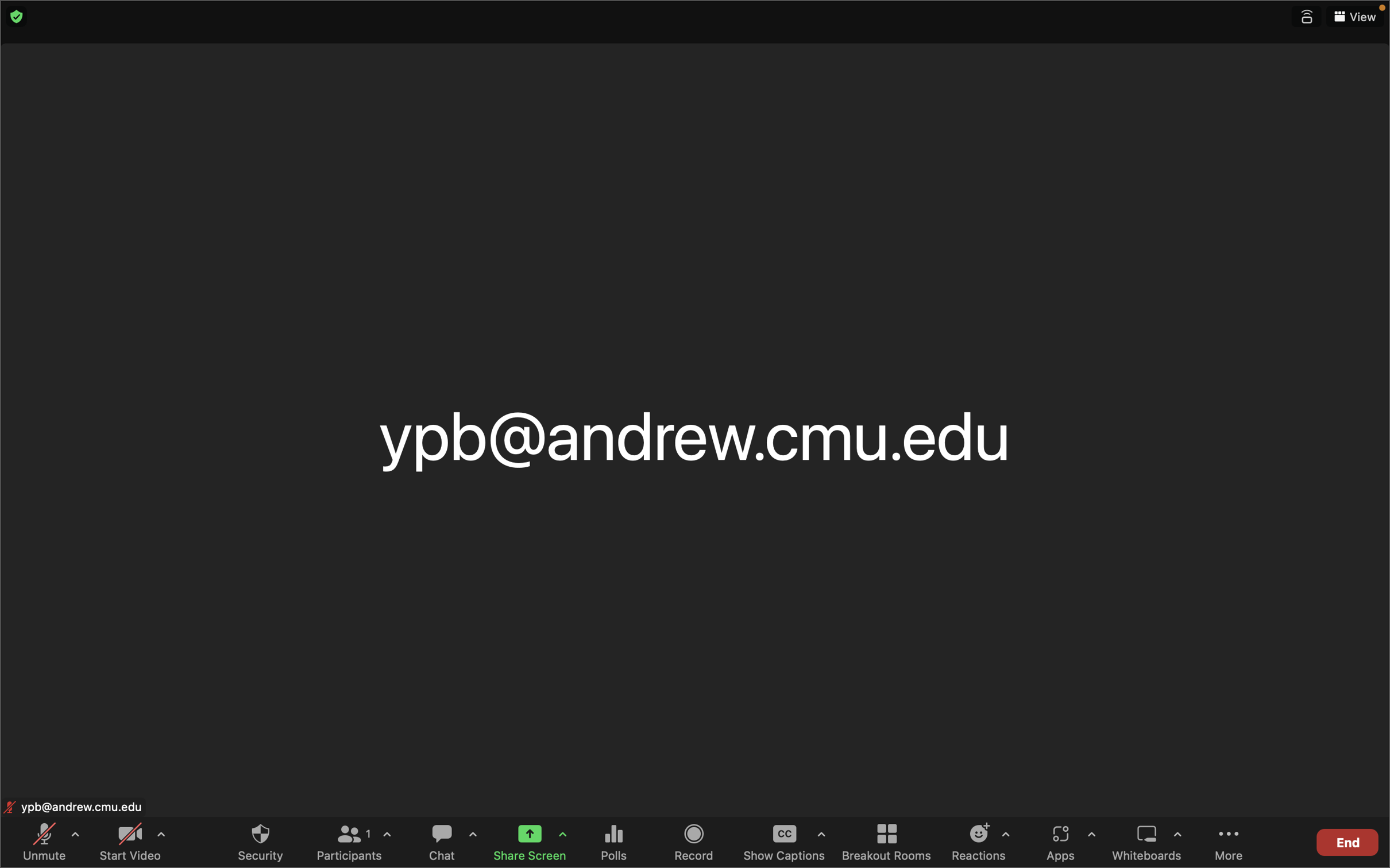 The width and height of the screenshot is (1390, 868). What do you see at coordinates (1354, 17) in the screenshot?
I see `layout preferences` at bounding box center [1354, 17].